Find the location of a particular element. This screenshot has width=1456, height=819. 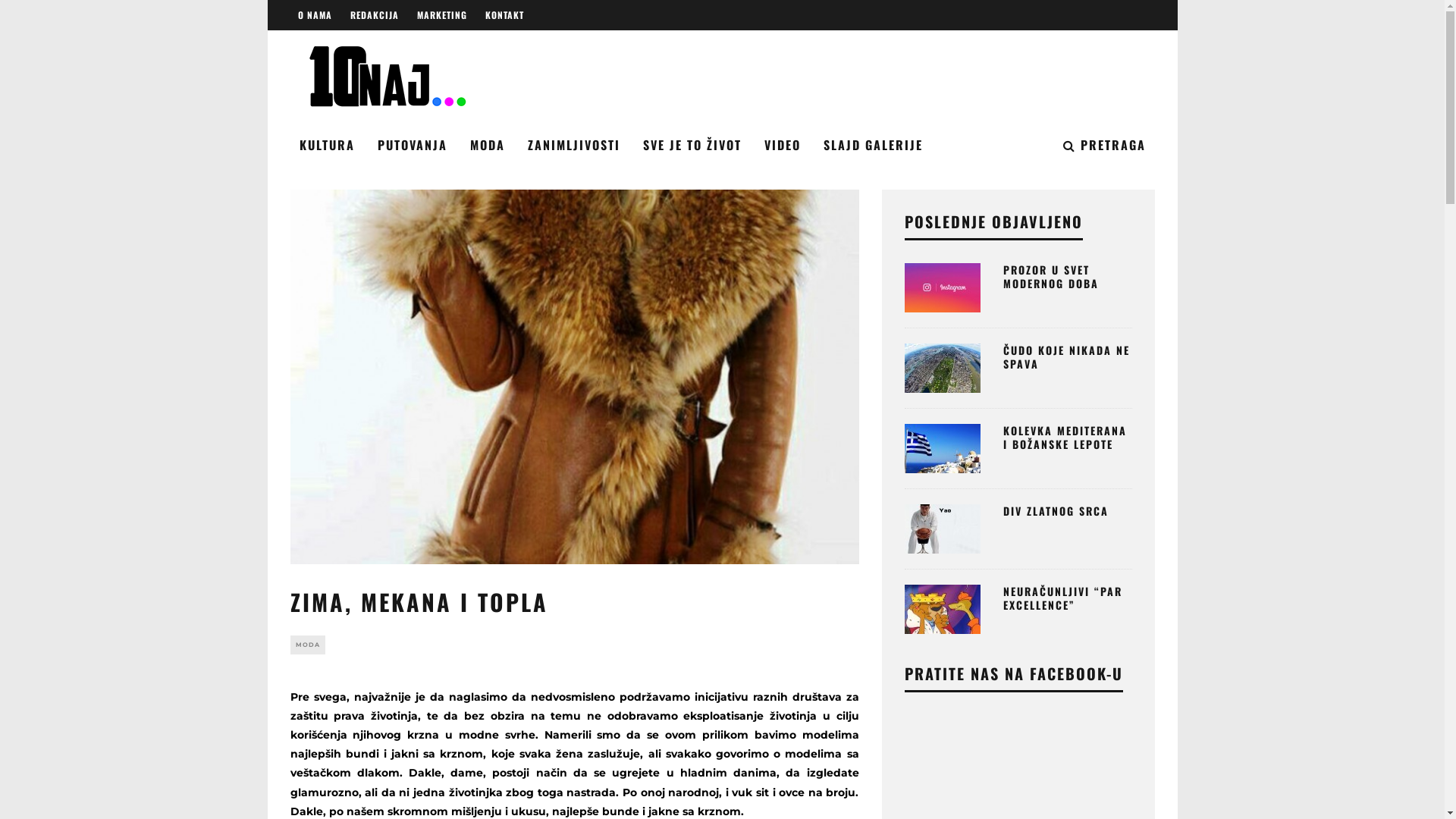

'KULTURA' is located at coordinates (290, 145).